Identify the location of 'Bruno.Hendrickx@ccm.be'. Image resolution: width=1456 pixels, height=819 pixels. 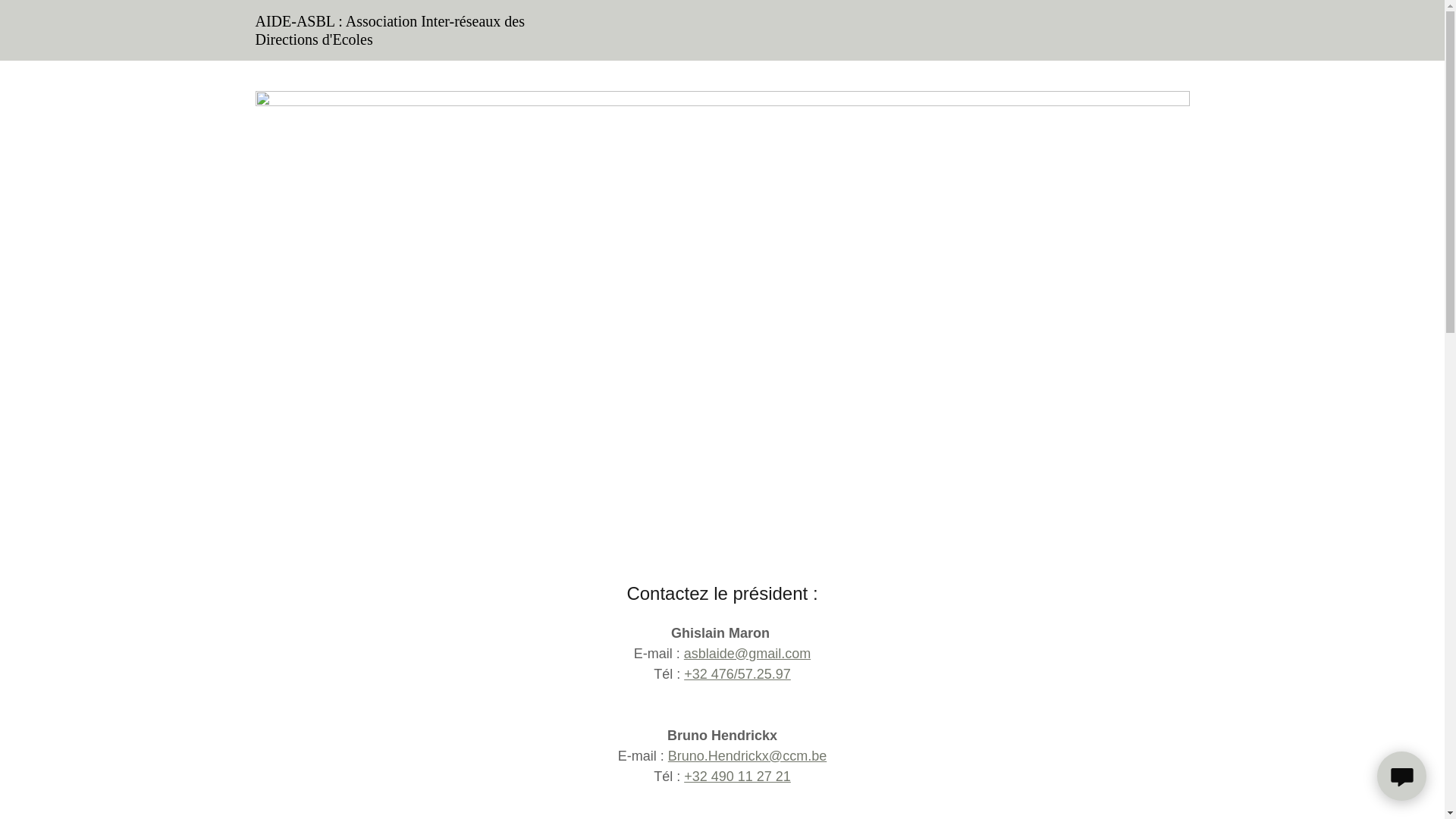
(747, 755).